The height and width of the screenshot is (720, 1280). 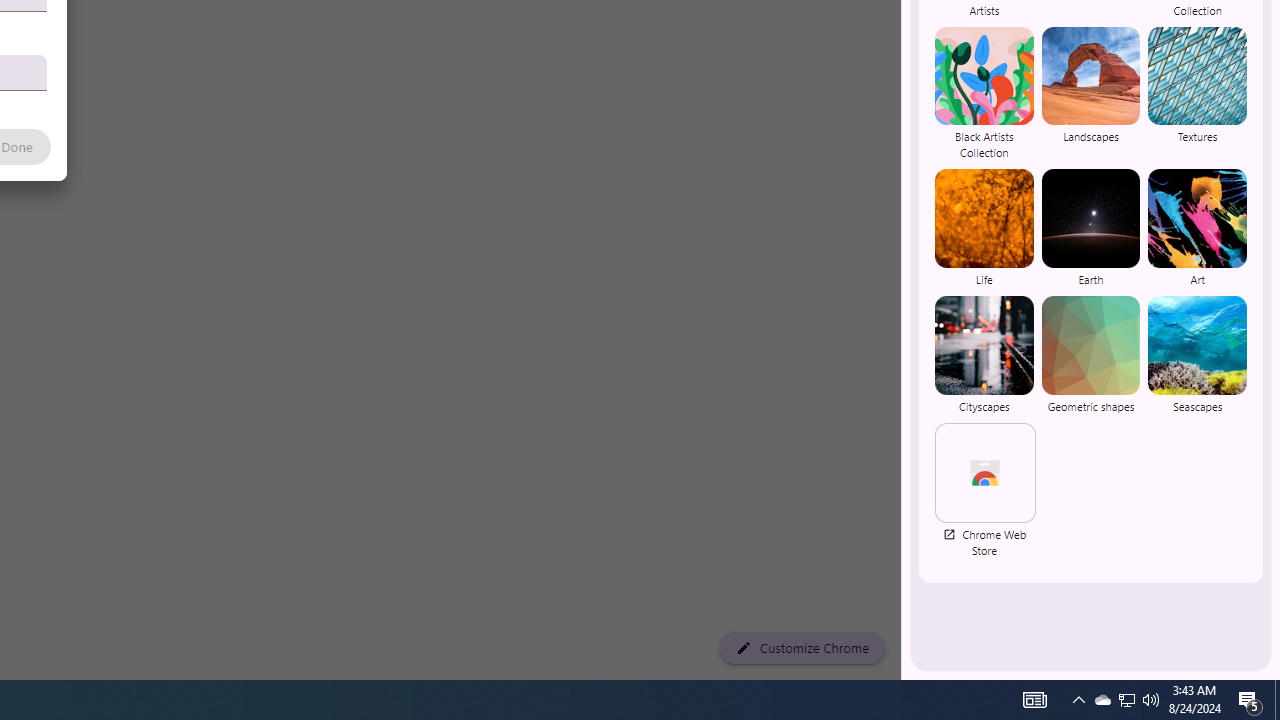 What do you see at coordinates (1089, 93) in the screenshot?
I see `'Landscapes'` at bounding box center [1089, 93].